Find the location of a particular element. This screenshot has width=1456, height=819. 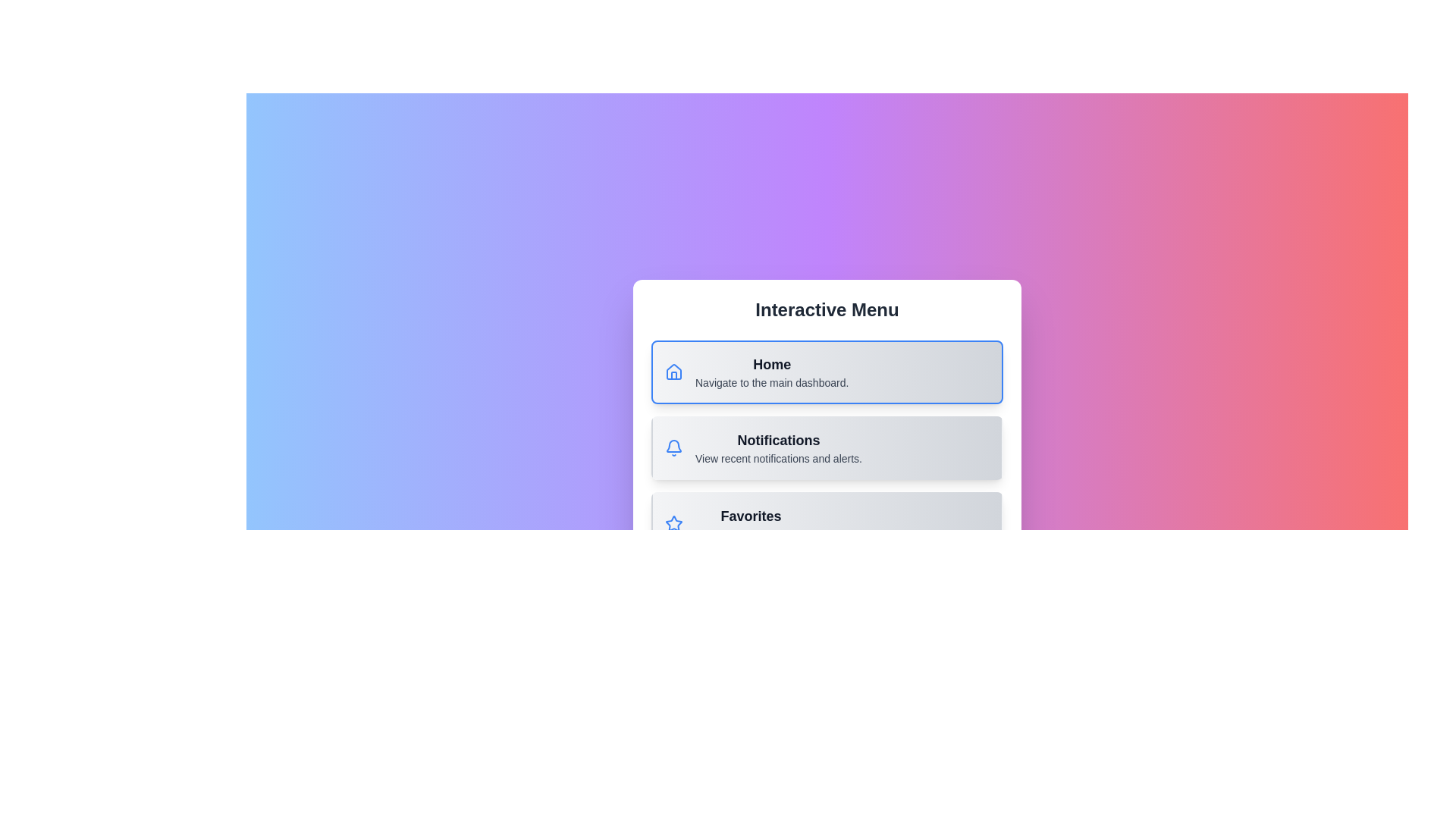

the menu option Favorites is located at coordinates (826, 522).